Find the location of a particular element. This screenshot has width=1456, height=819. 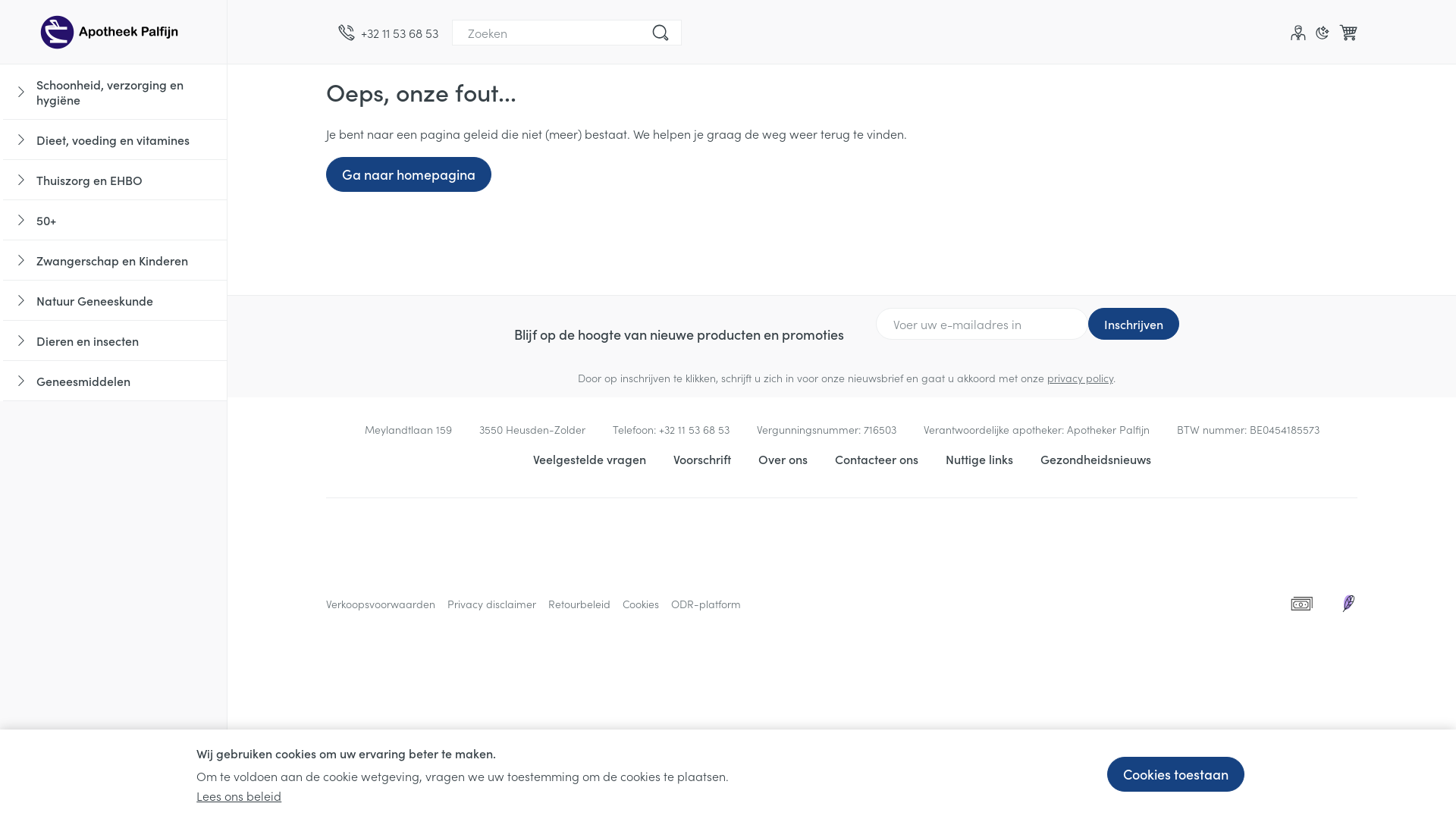

'Nuttige links' is located at coordinates (978, 458).